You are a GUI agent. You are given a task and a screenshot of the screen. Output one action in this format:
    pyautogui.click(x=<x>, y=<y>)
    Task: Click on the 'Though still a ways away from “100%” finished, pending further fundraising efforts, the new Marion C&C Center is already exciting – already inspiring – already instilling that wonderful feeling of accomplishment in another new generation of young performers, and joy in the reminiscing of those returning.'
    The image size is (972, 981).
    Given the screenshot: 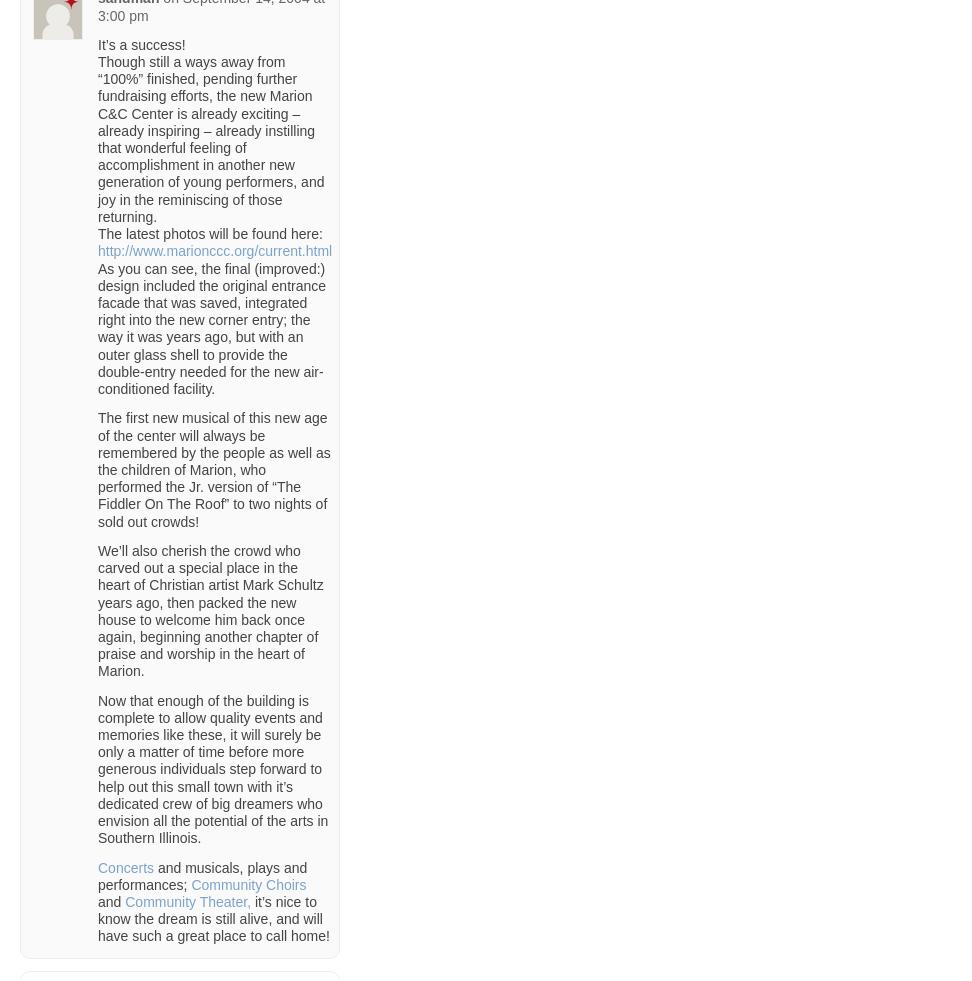 What is the action you would take?
    pyautogui.click(x=210, y=137)
    